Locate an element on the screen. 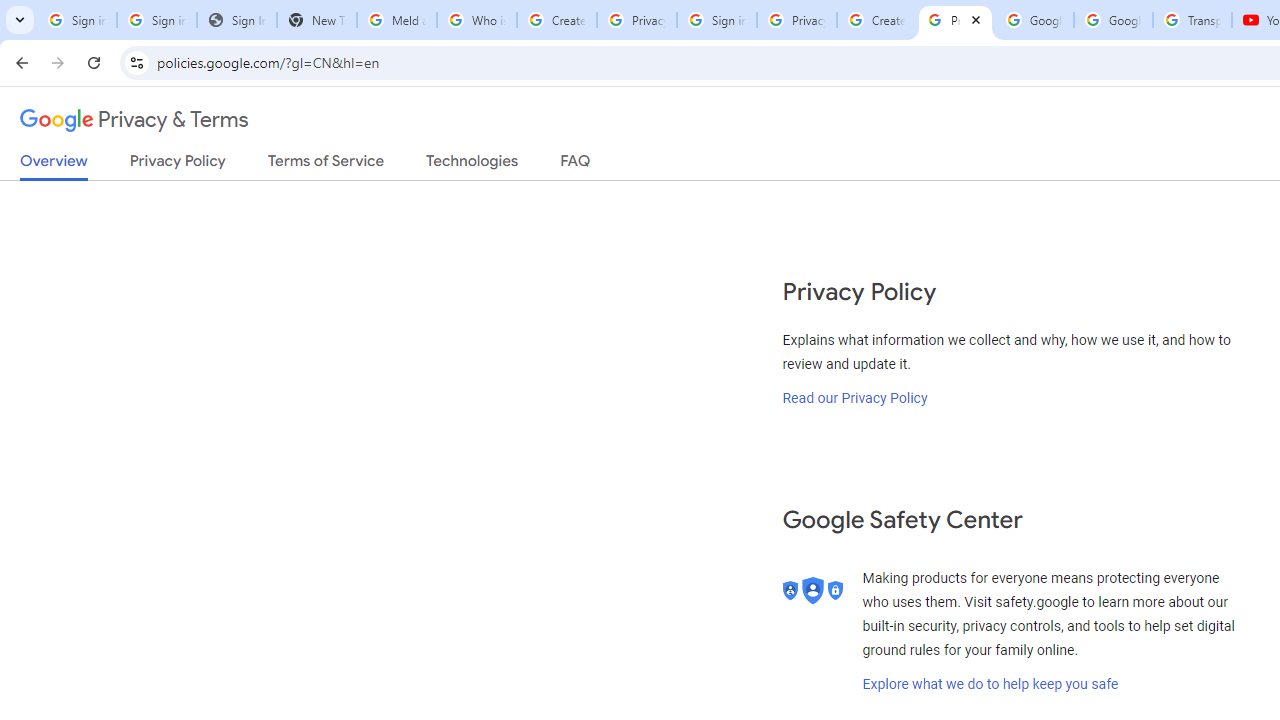 The height and width of the screenshot is (720, 1280). 'Google Account' is located at coordinates (1112, 20).